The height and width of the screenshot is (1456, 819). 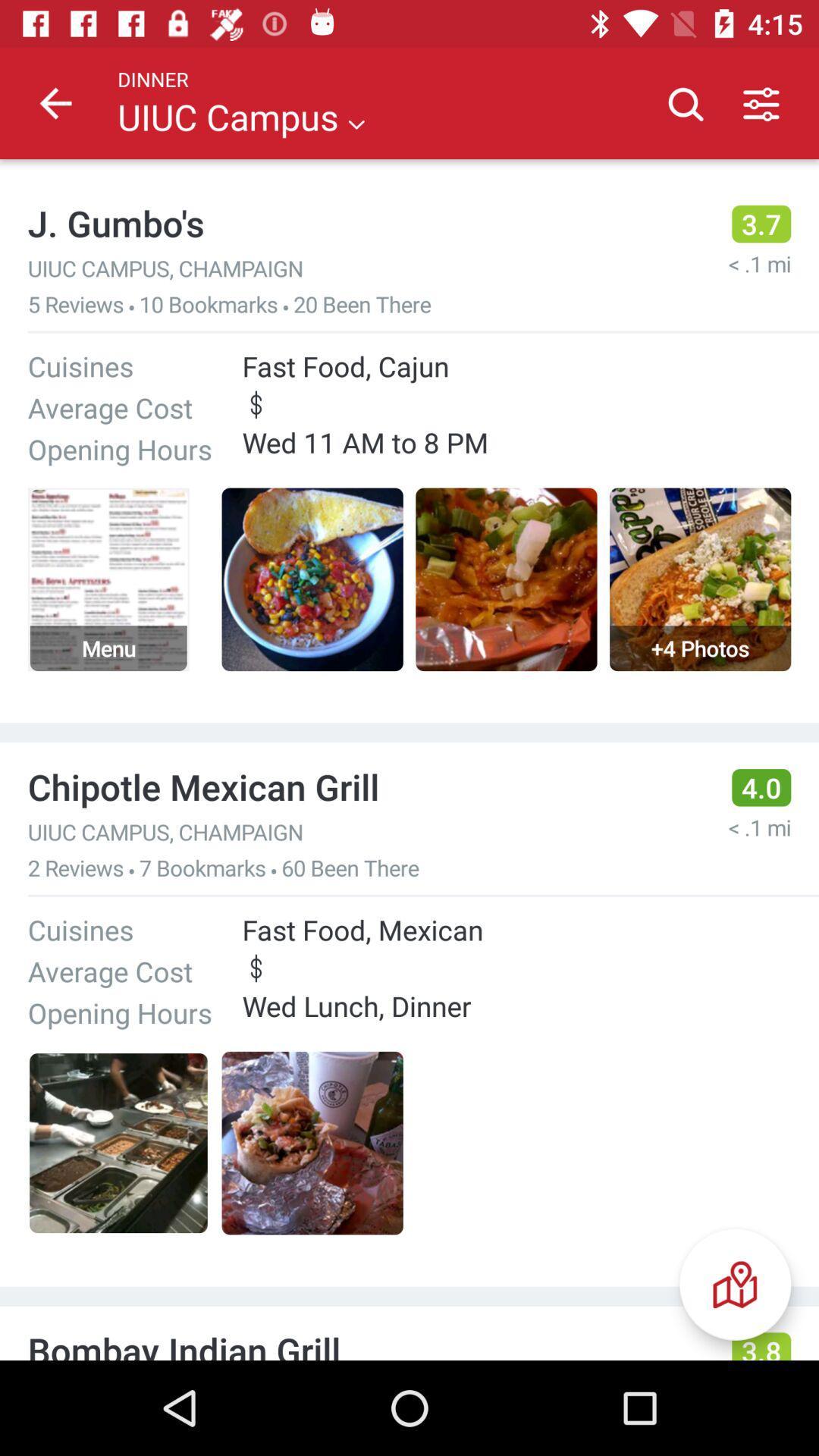 What do you see at coordinates (734, 1284) in the screenshot?
I see `the icon below the $` at bounding box center [734, 1284].